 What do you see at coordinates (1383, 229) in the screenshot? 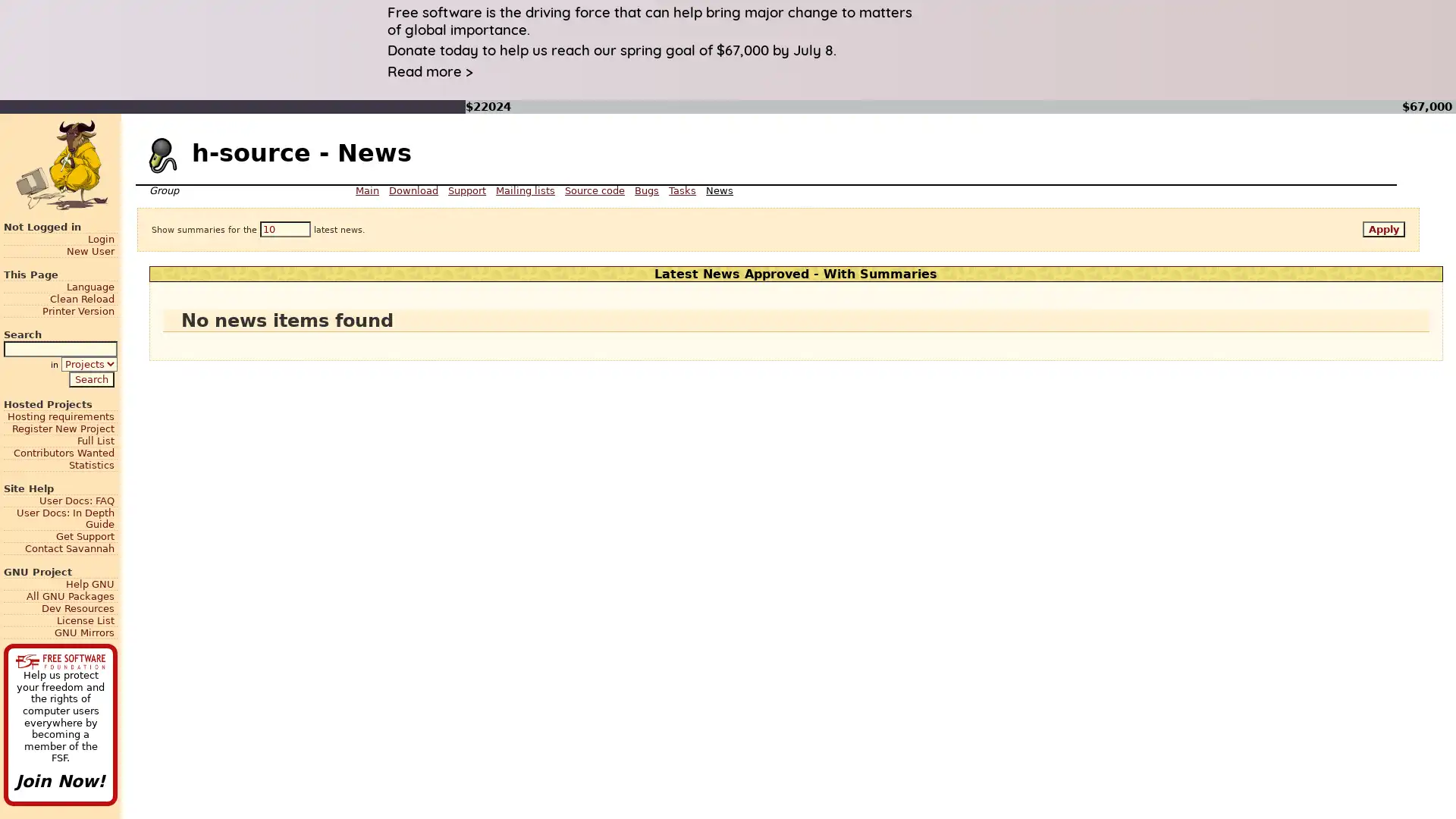
I see `Apply` at bounding box center [1383, 229].